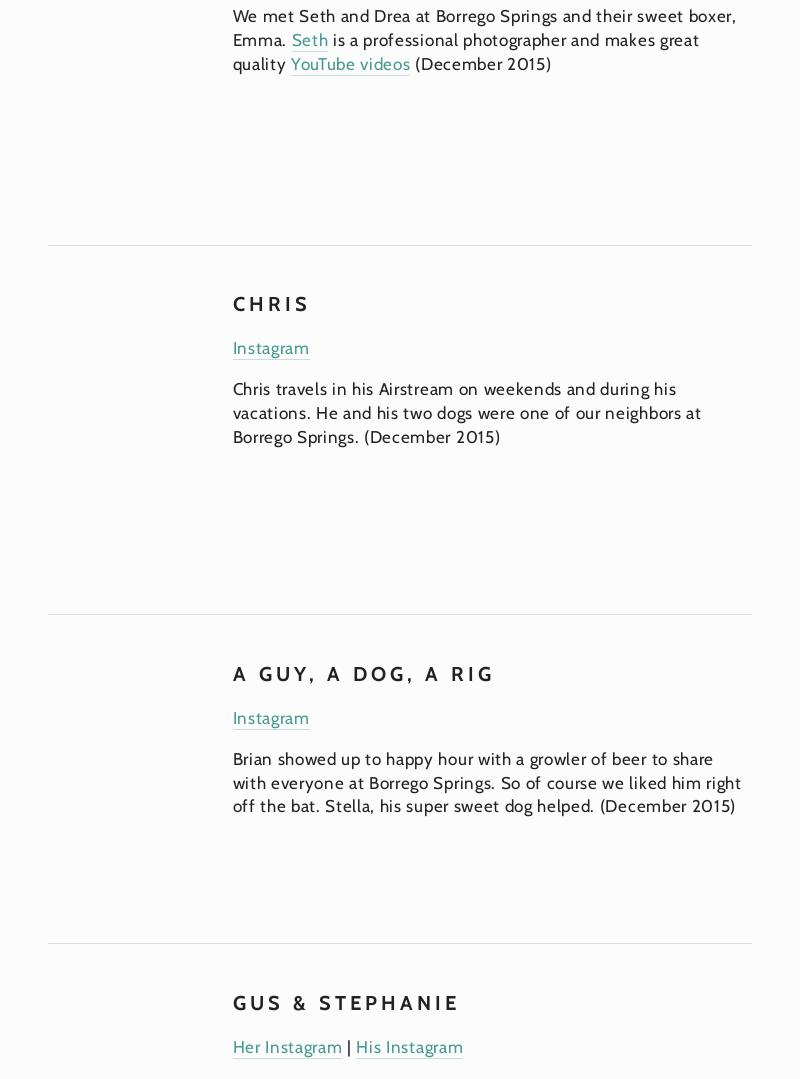  Describe the element at coordinates (231, 781) in the screenshot. I see `'Brian showed up to happy hour with a growler of beer to share with everyone at Borrego Springs. So of course we liked him right off the bat. Stella, his super sweet dog helped. (December 2015)'` at that location.